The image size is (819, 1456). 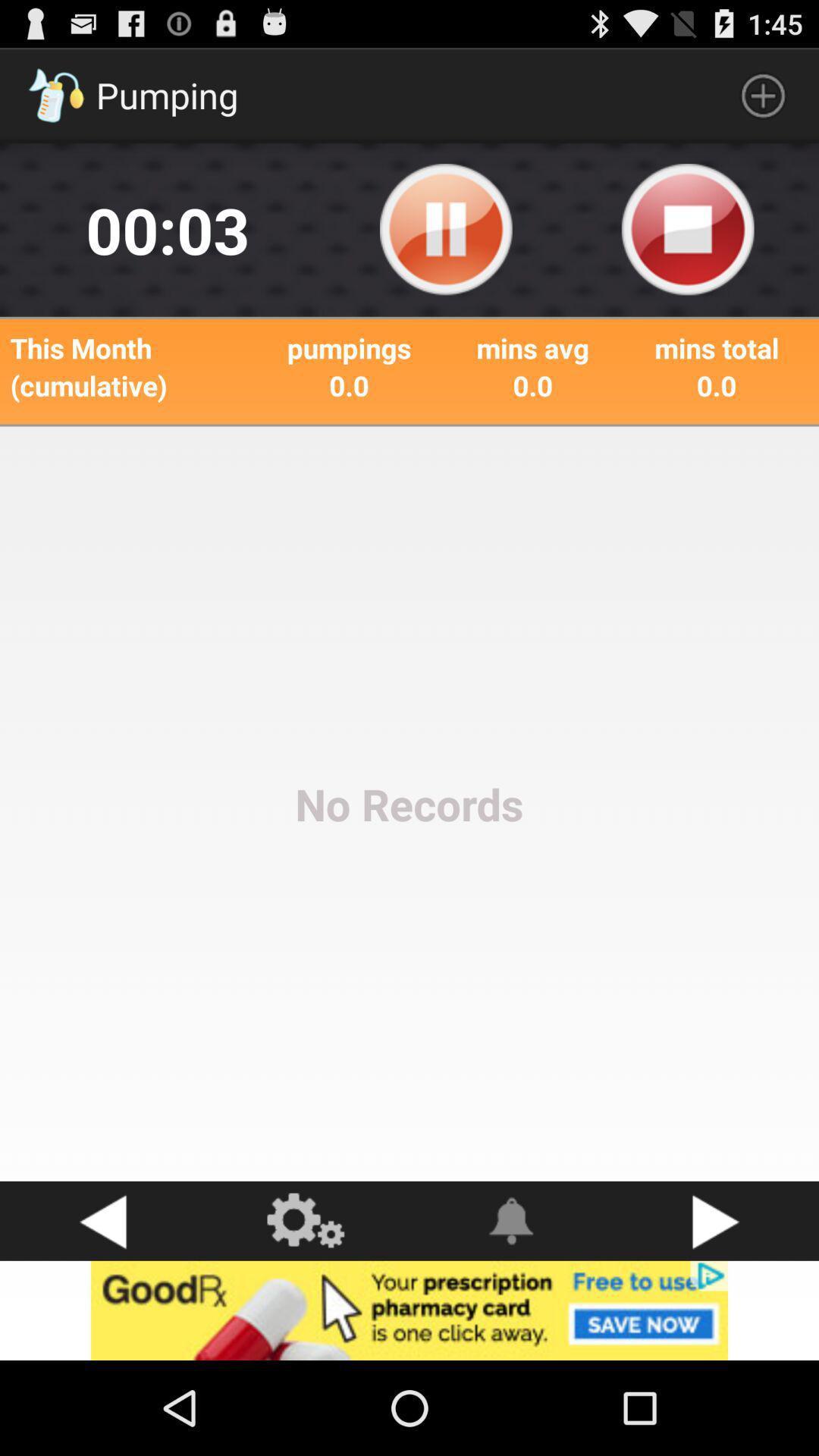 I want to click on bel button, so click(x=512, y=1221).